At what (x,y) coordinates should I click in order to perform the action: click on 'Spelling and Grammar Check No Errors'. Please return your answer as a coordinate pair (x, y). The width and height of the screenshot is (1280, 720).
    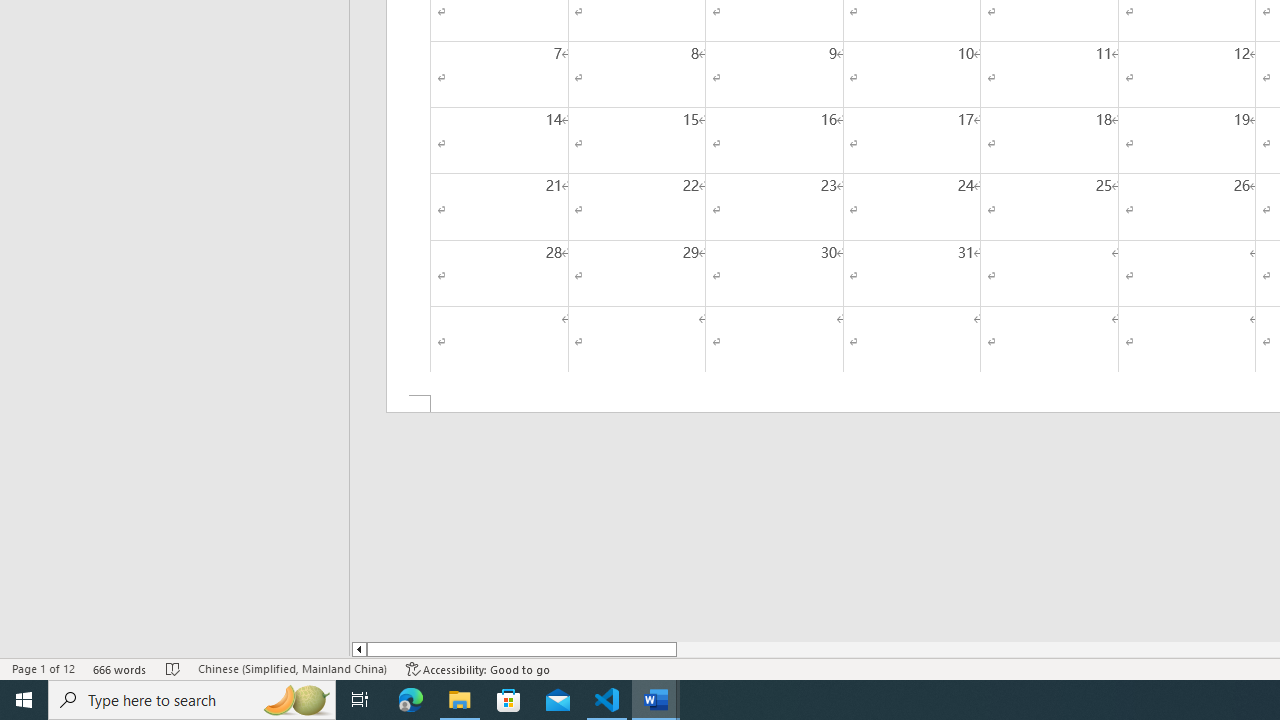
    Looking at the image, I should click on (173, 669).